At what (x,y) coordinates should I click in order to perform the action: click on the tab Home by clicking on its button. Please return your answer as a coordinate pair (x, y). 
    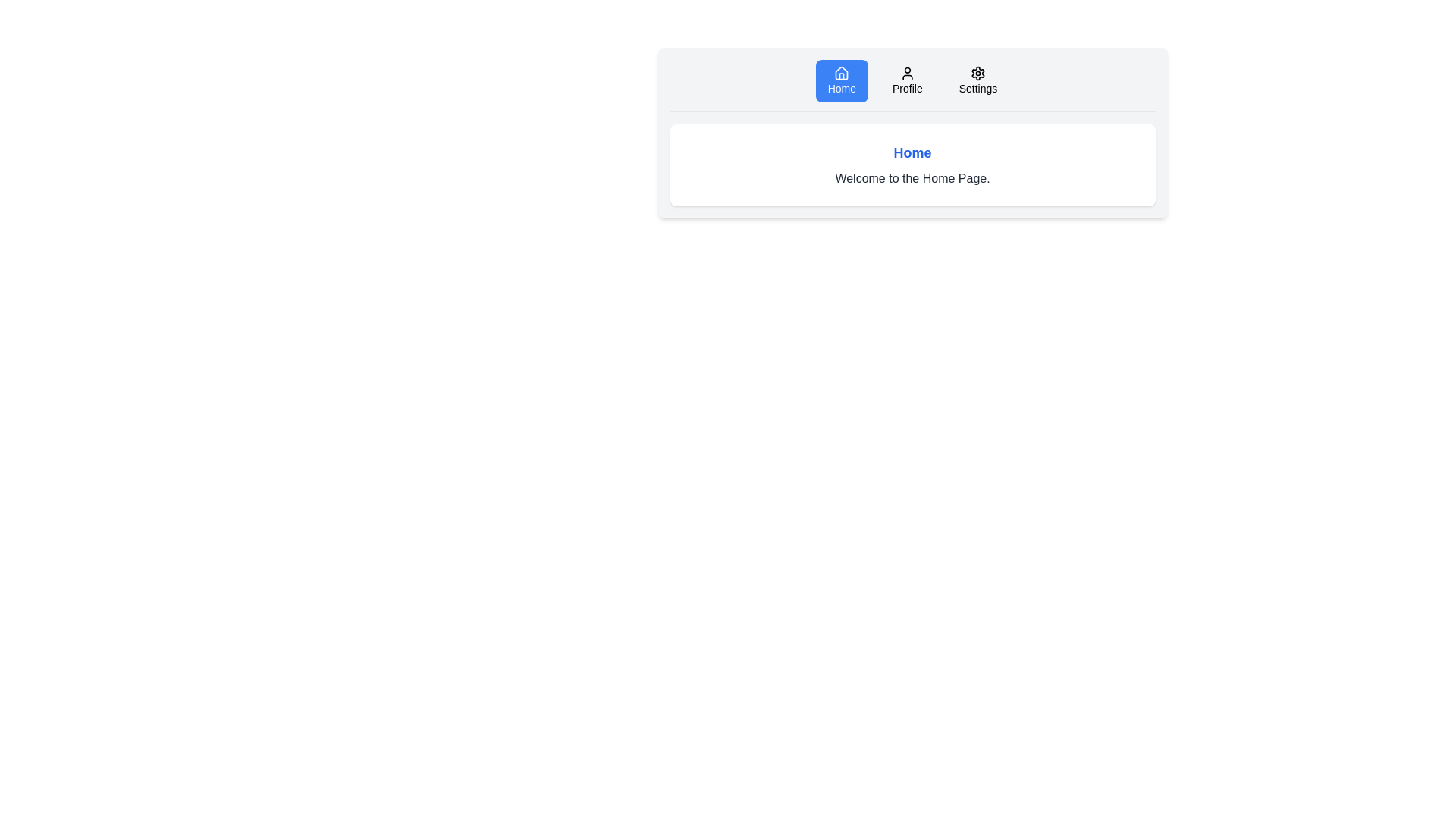
    Looking at the image, I should click on (840, 81).